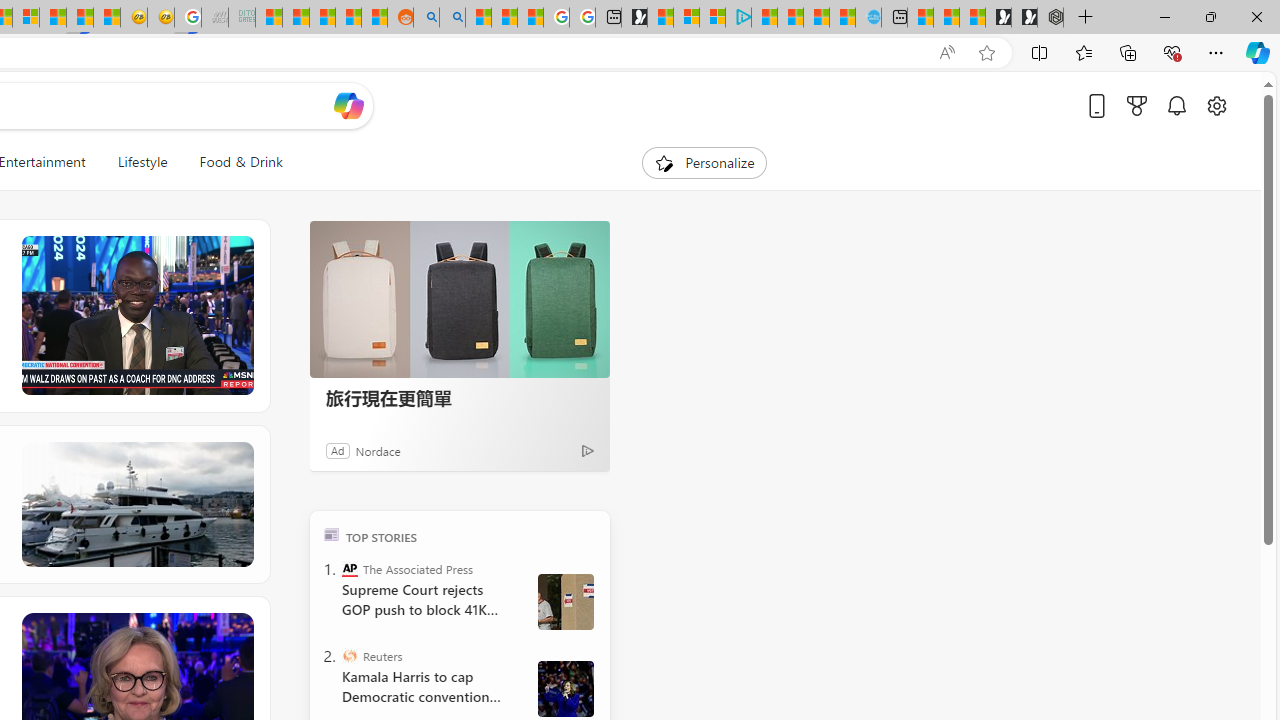  I want to click on 'Fix Boat Bliss', so click(135, 503).